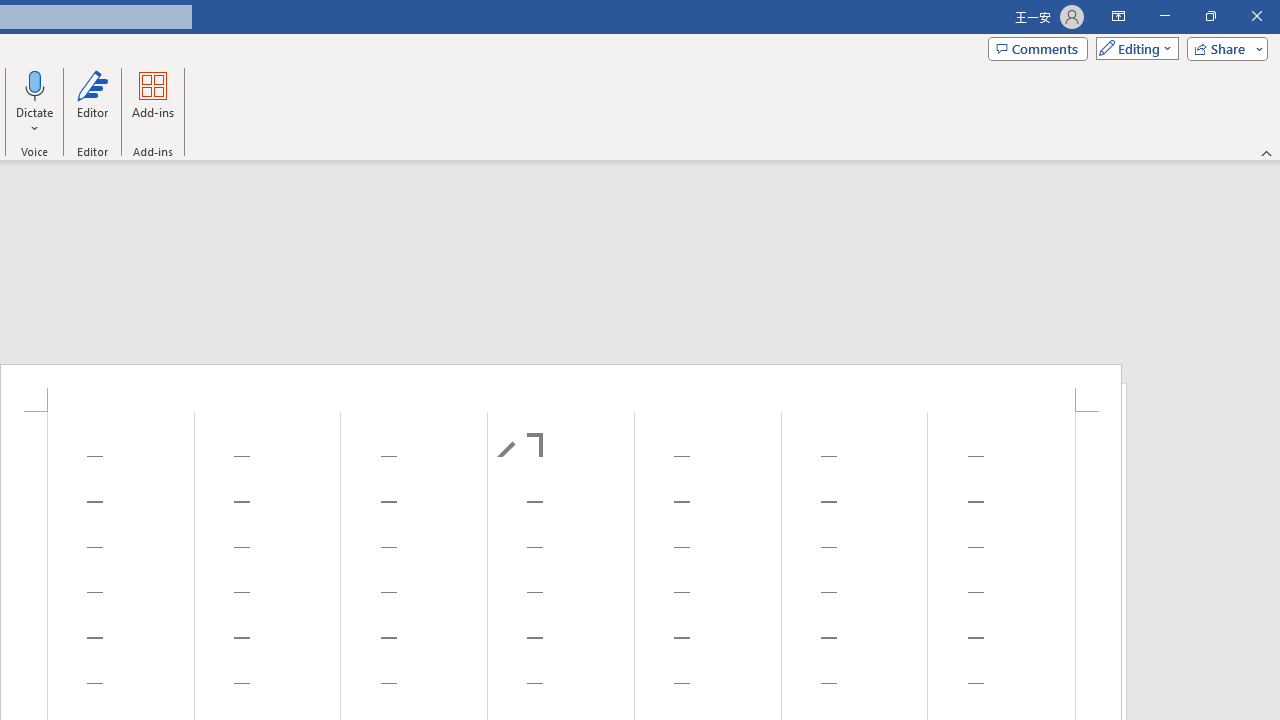 Image resolution: width=1280 pixels, height=720 pixels. What do you see at coordinates (91, 103) in the screenshot?
I see `'Editor'` at bounding box center [91, 103].